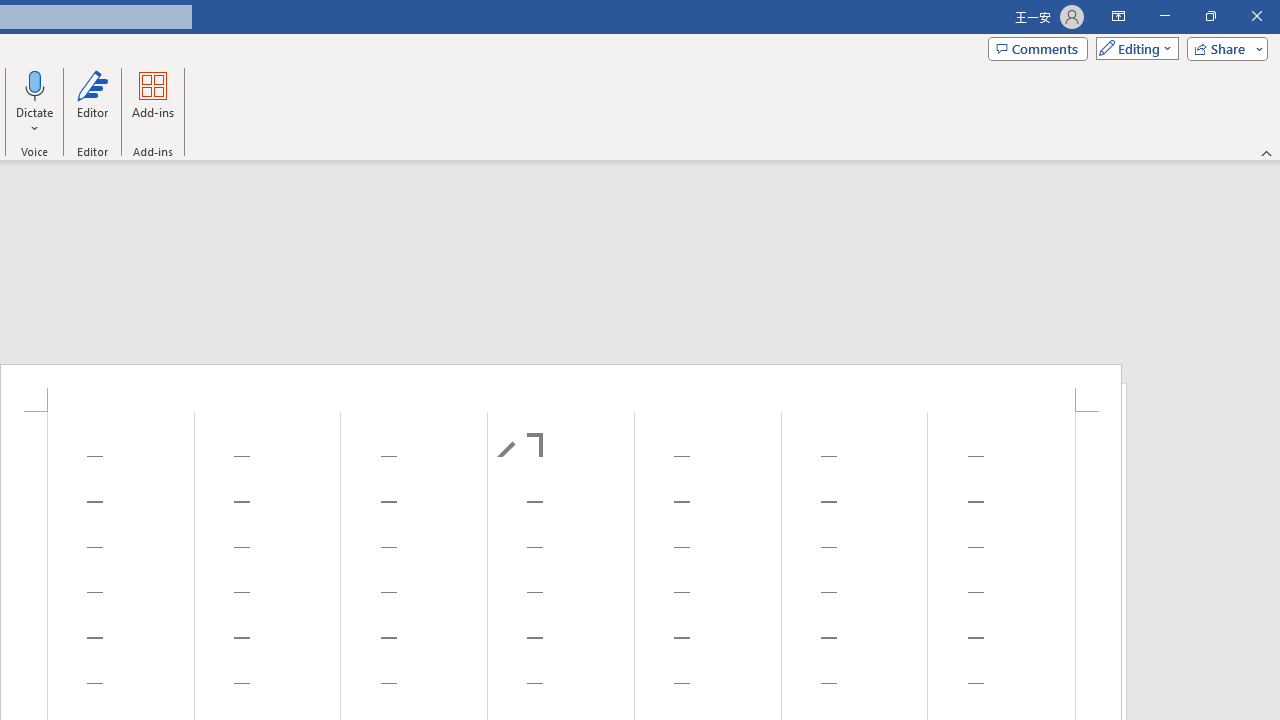 Image resolution: width=1280 pixels, height=720 pixels. What do you see at coordinates (91, 103) in the screenshot?
I see `'Editor'` at bounding box center [91, 103].